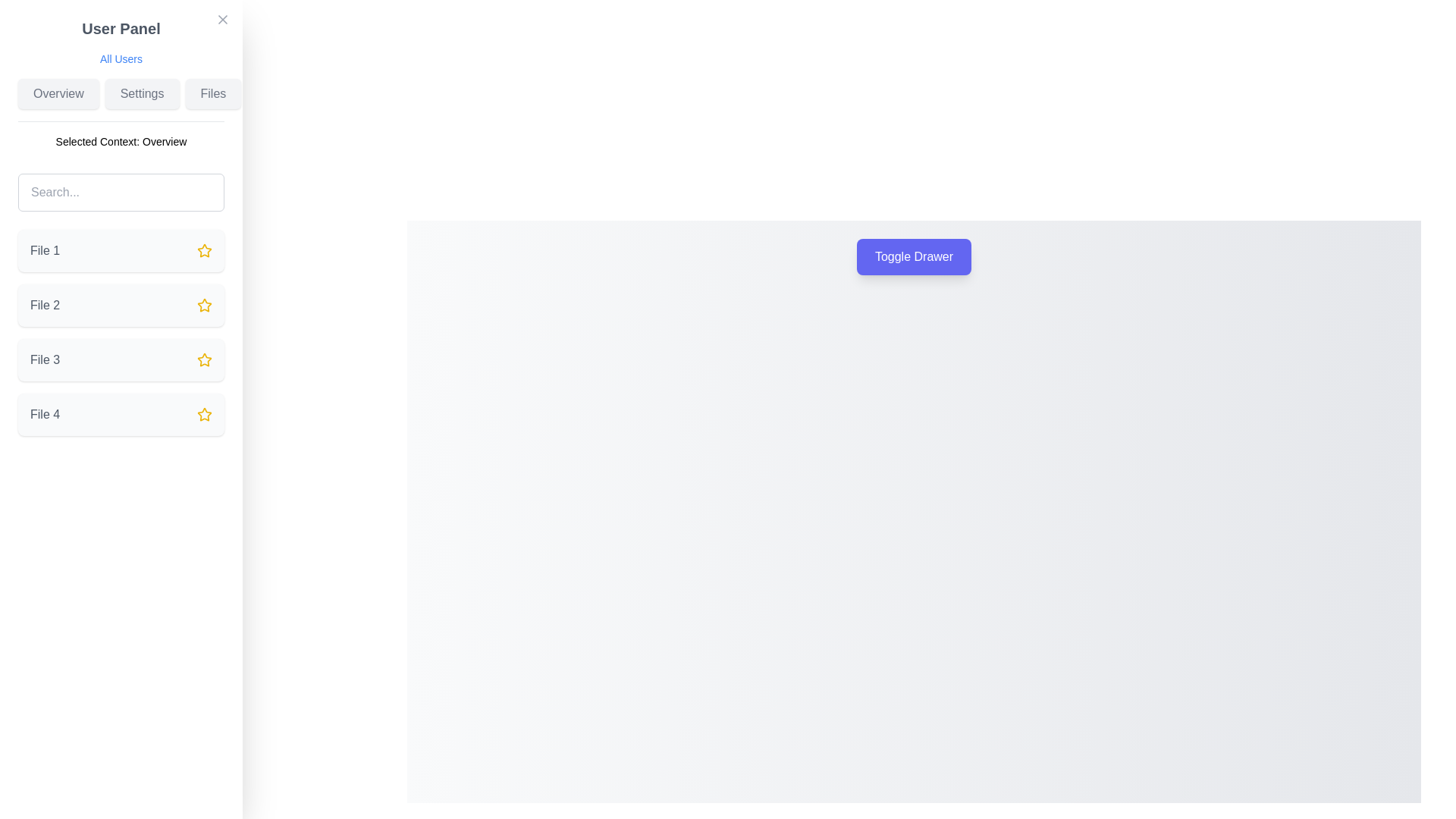  Describe the element at coordinates (203, 305) in the screenshot. I see `the star-shaped icon to the right of the 'File 2' label in the 'User Panel'` at that location.